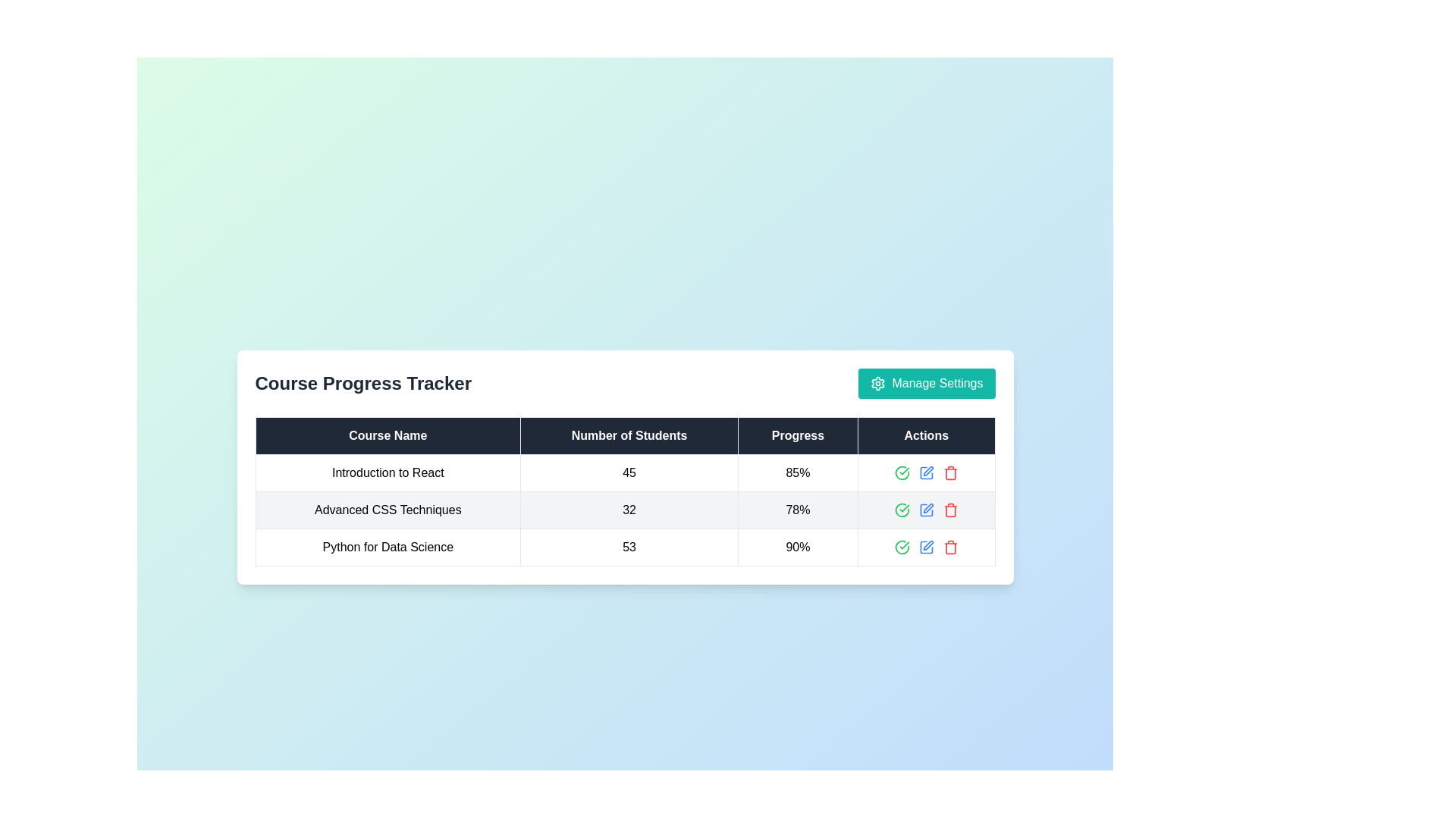 The image size is (1456, 819). Describe the element at coordinates (878, 382) in the screenshot. I see `the decorative icon associated with the 'Manage Settings' button, located near the top right of the teal button` at that location.